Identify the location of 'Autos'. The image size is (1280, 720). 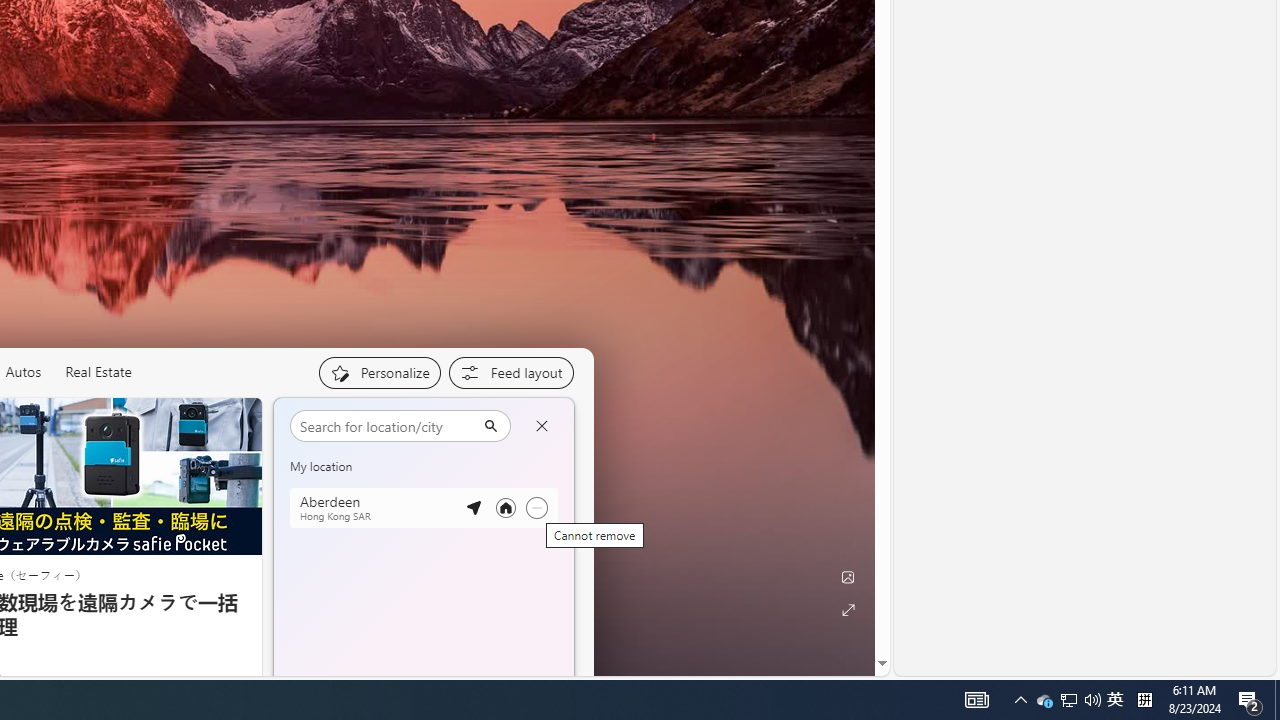
(23, 371).